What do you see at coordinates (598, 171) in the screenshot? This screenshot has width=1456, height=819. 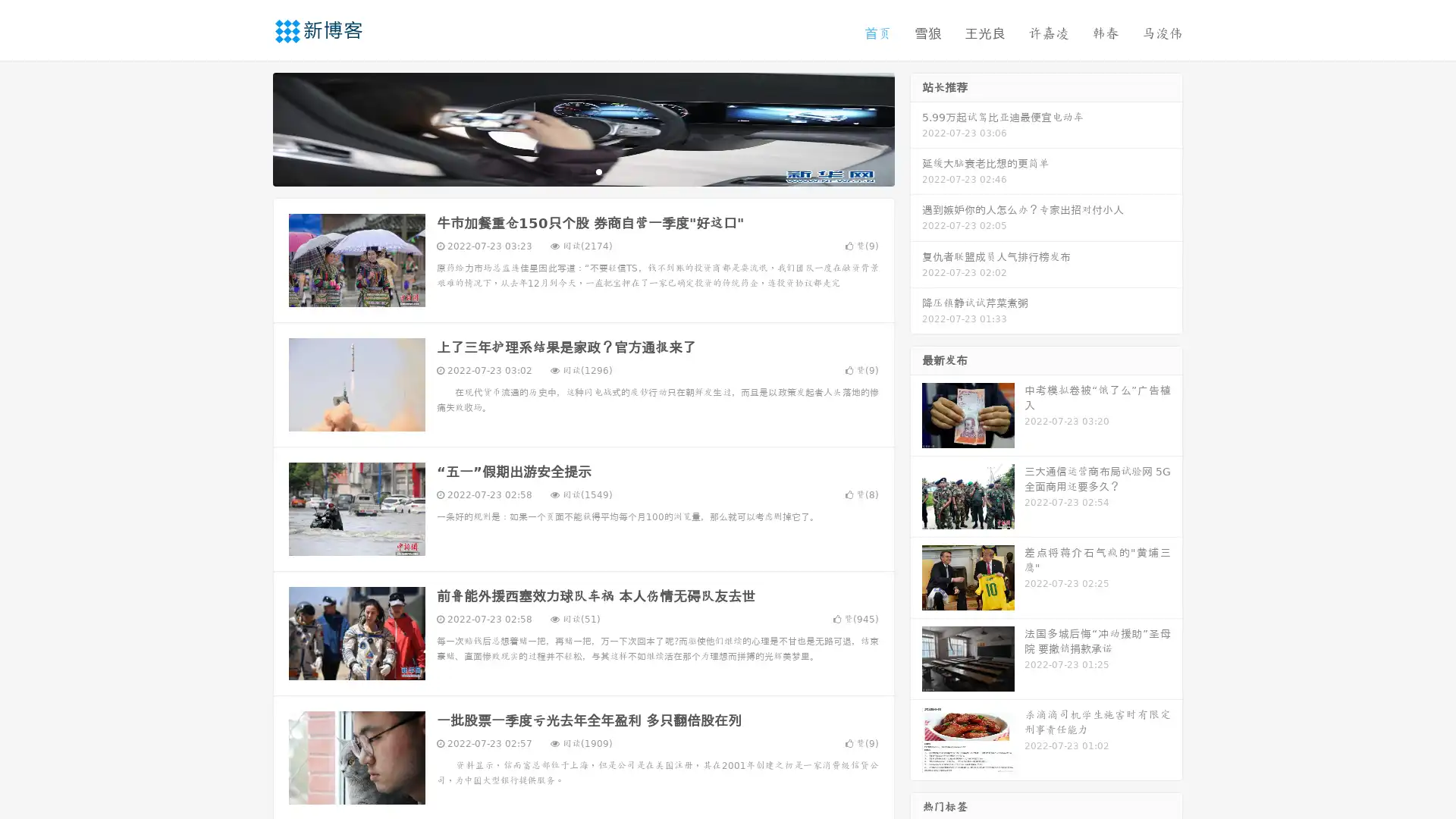 I see `Go to slide 3` at bounding box center [598, 171].